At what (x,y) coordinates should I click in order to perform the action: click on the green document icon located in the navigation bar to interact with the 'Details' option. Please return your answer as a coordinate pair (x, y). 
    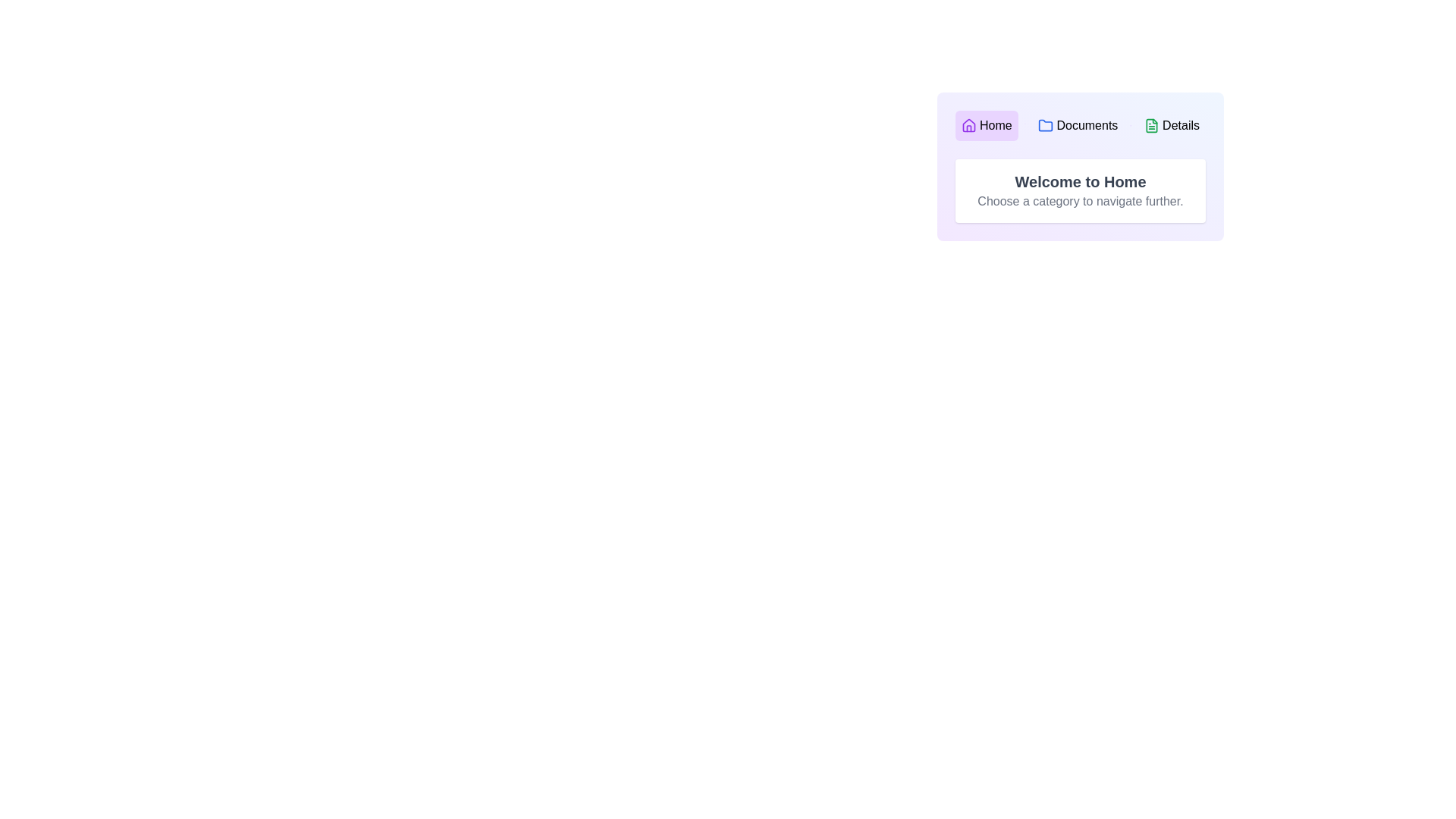
    Looking at the image, I should click on (1152, 124).